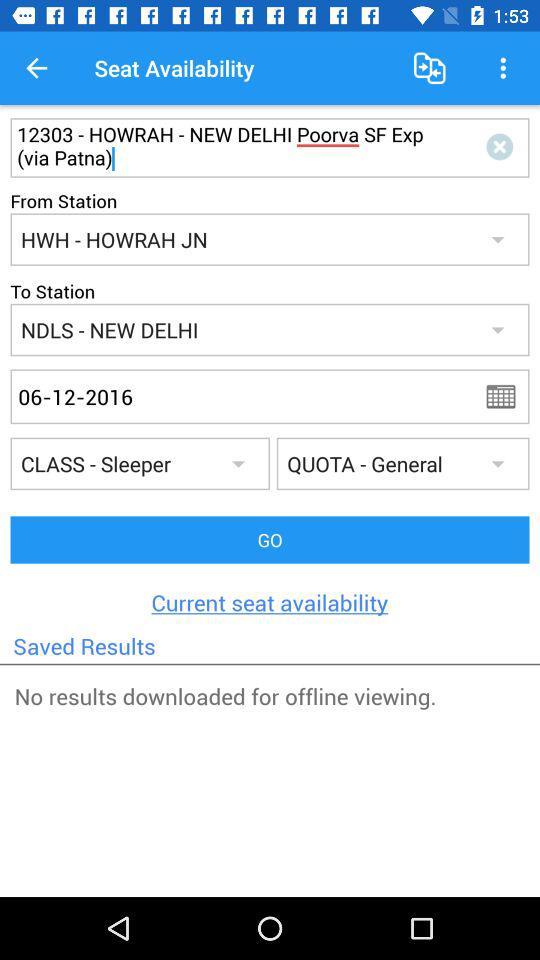 This screenshot has height=960, width=540. What do you see at coordinates (270, 539) in the screenshot?
I see `go icon` at bounding box center [270, 539].